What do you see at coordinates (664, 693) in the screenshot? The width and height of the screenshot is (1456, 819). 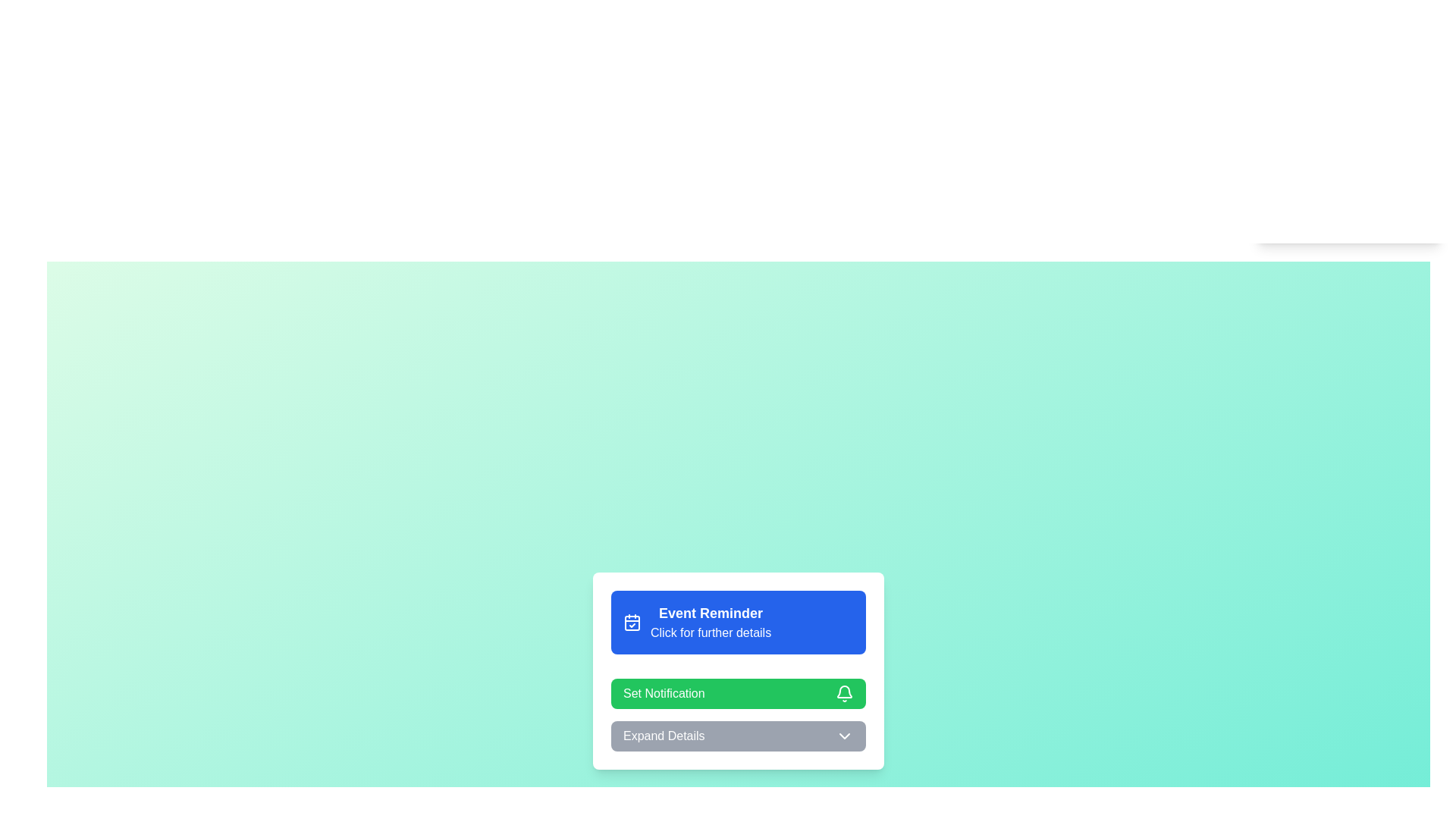 I see `the 'Set Notification' text label displayed in white font on a green background, located within a green rectangular button under the 'Event Reminder' header` at bounding box center [664, 693].